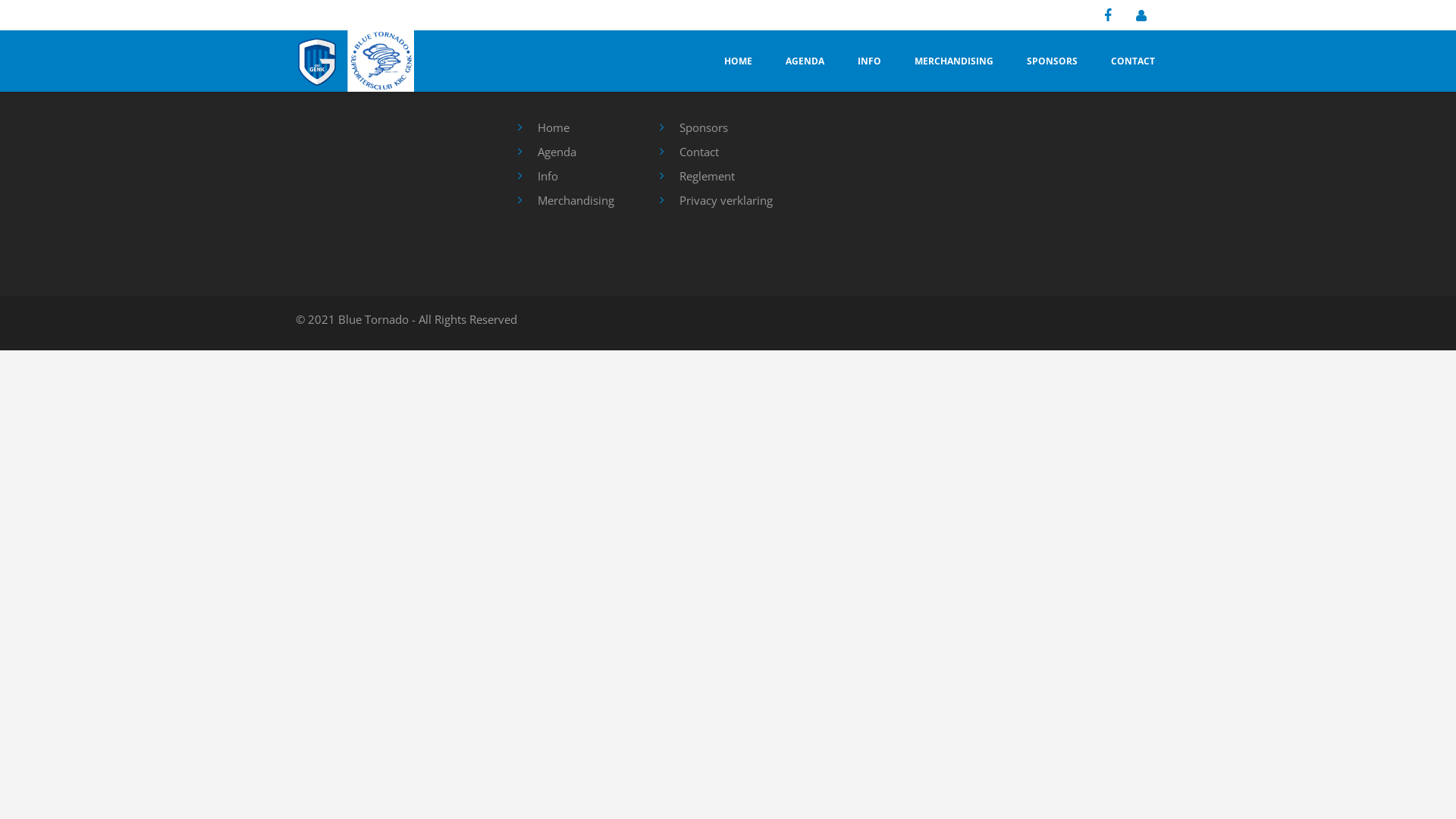  Describe the element at coordinates (698, 152) in the screenshot. I see `'Contact'` at that location.